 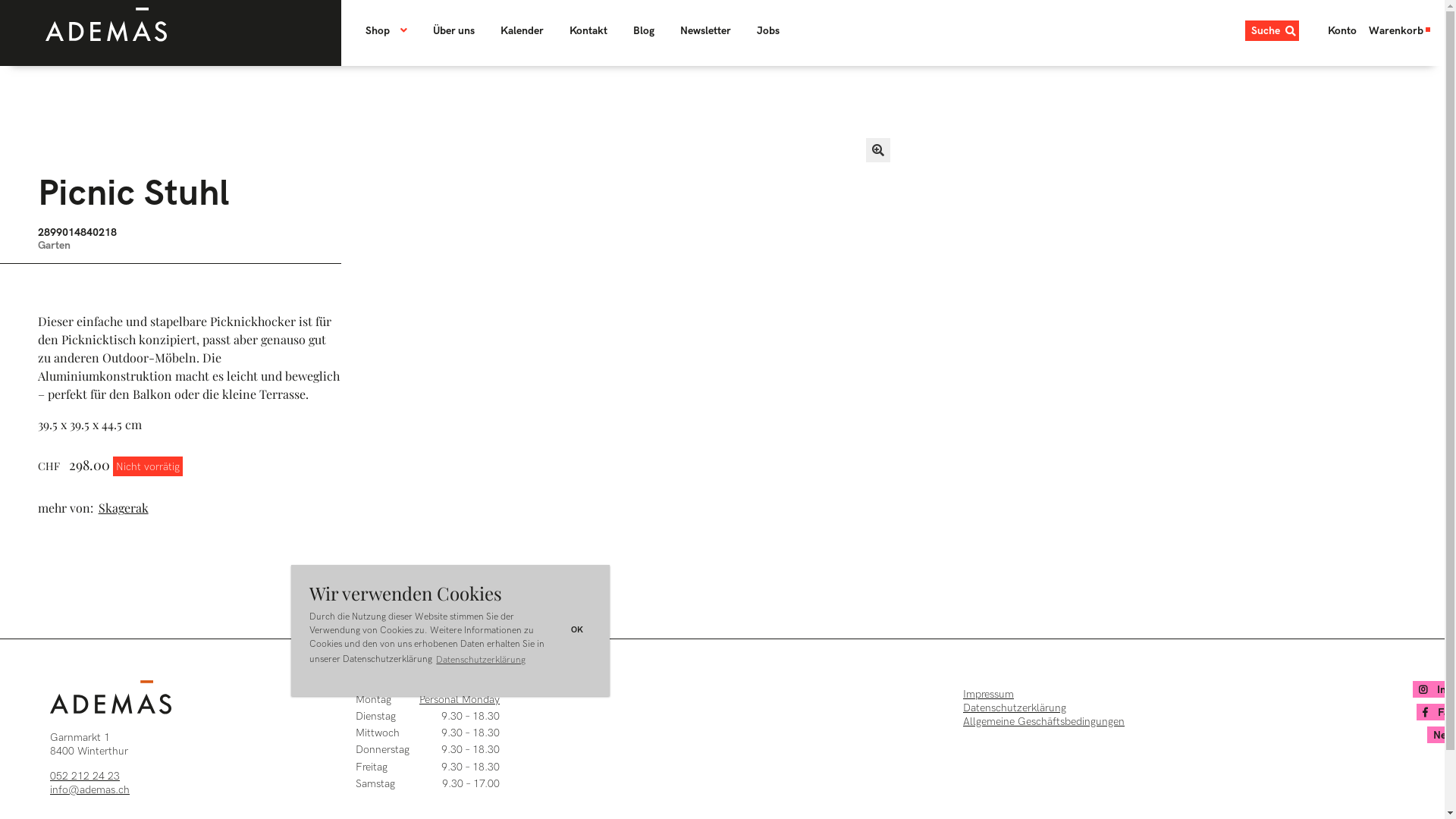 What do you see at coordinates (1320, 30) in the screenshot?
I see `'Konto'` at bounding box center [1320, 30].